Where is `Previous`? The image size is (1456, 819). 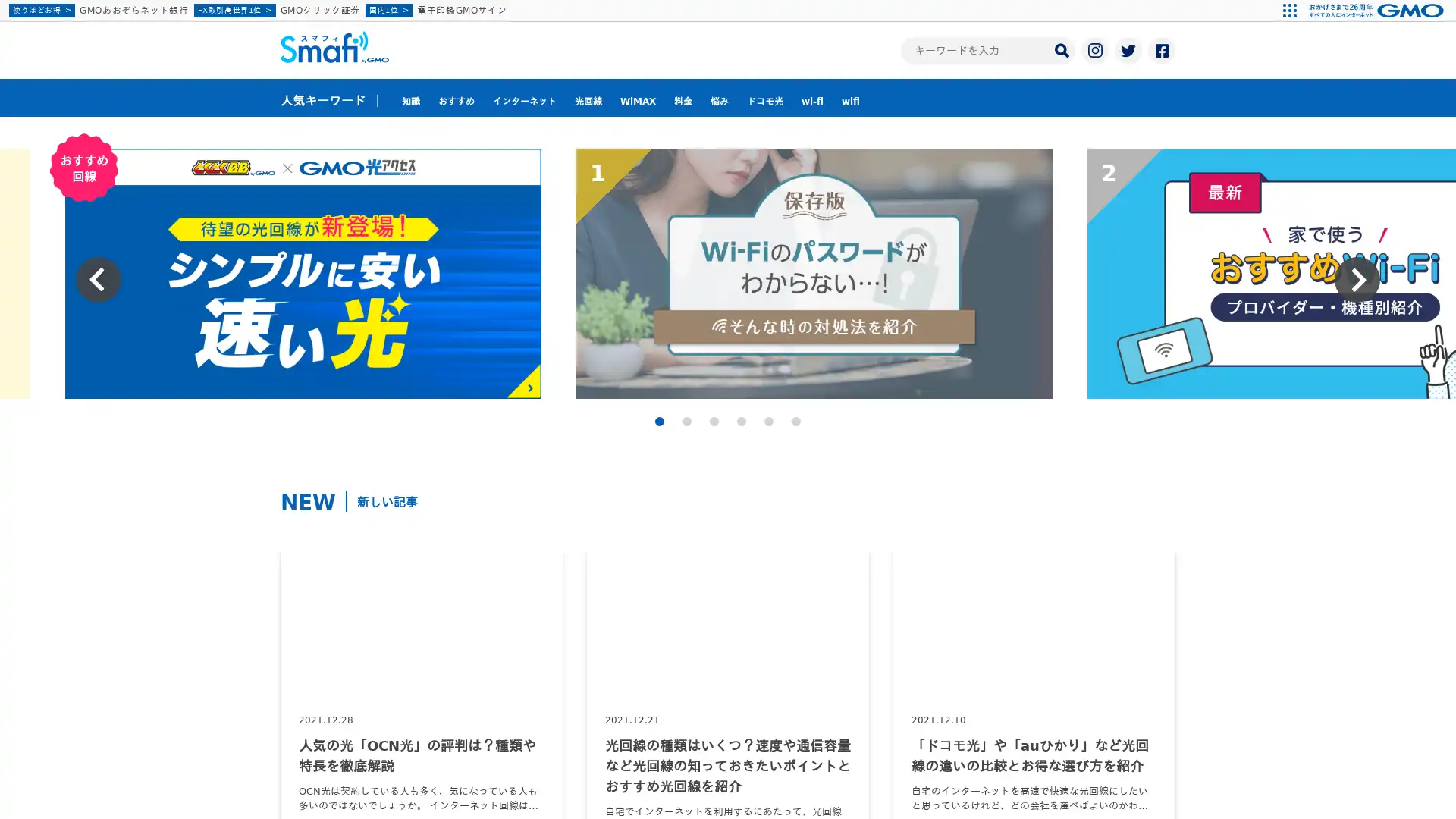
Previous is located at coordinates (97, 280).